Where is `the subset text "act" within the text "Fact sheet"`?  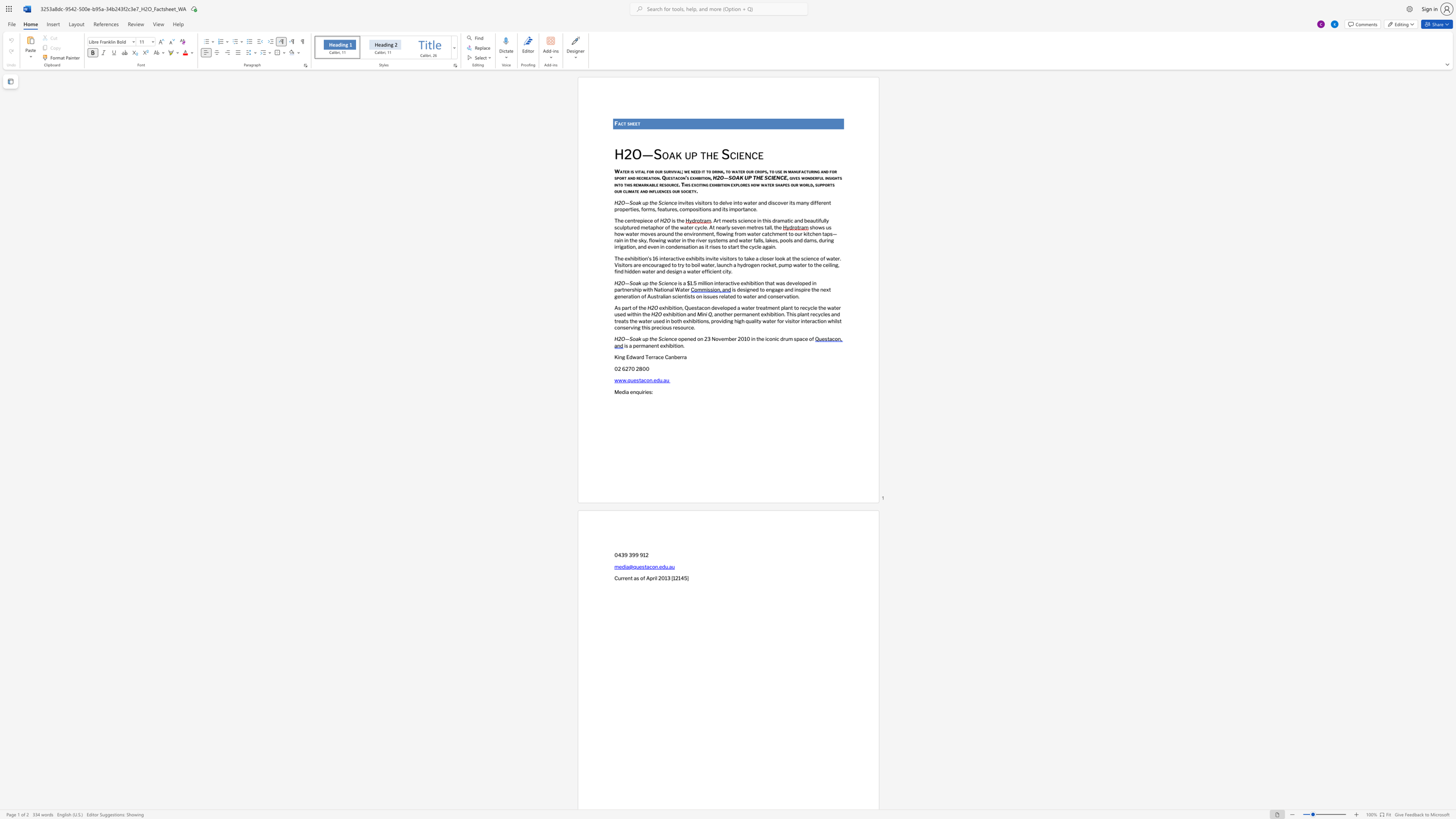
the subset text "act" within the text "Fact sheet" is located at coordinates (617, 123).